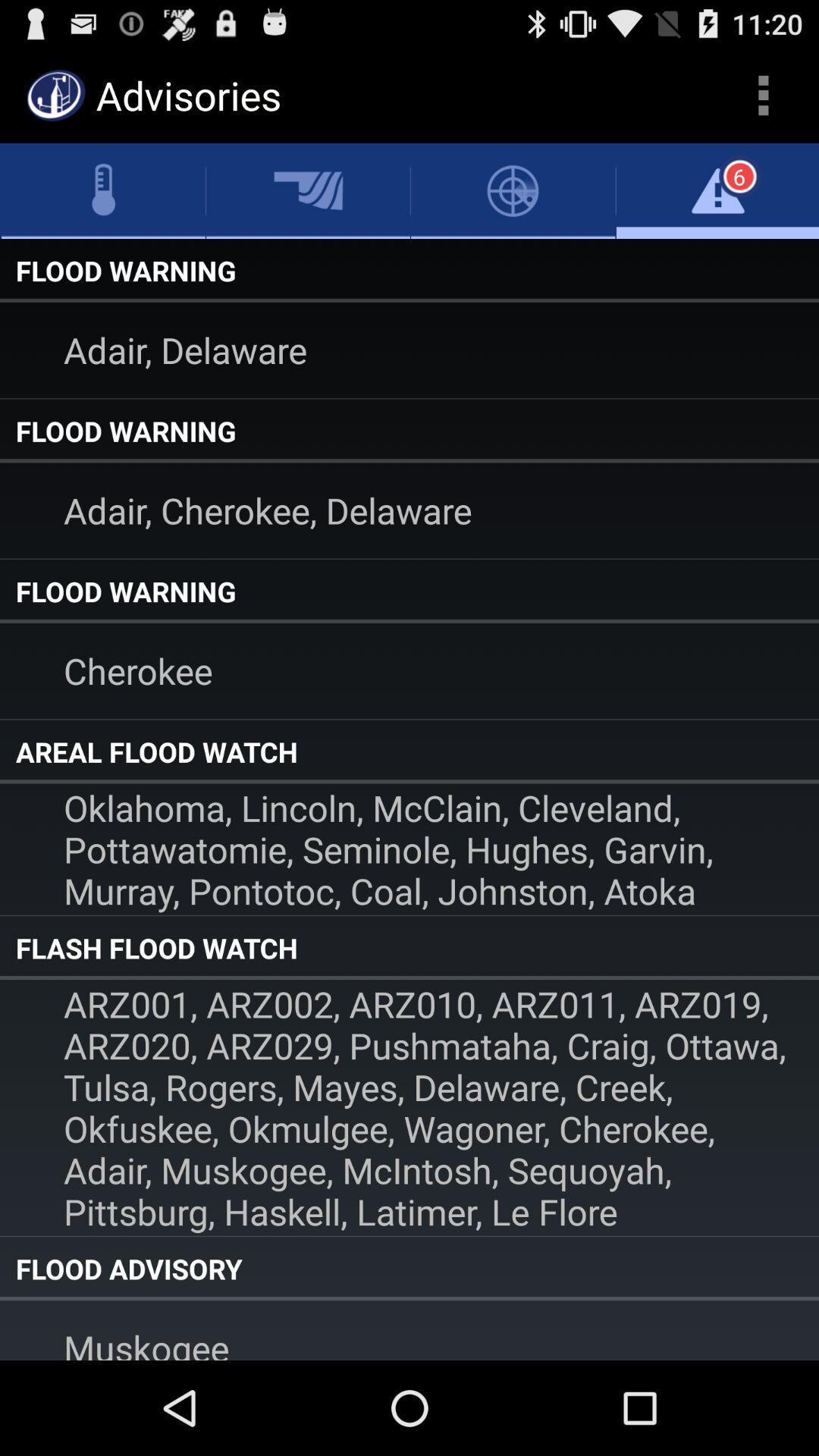 The height and width of the screenshot is (1456, 819). I want to click on the flood advisory item, so click(409, 1269).